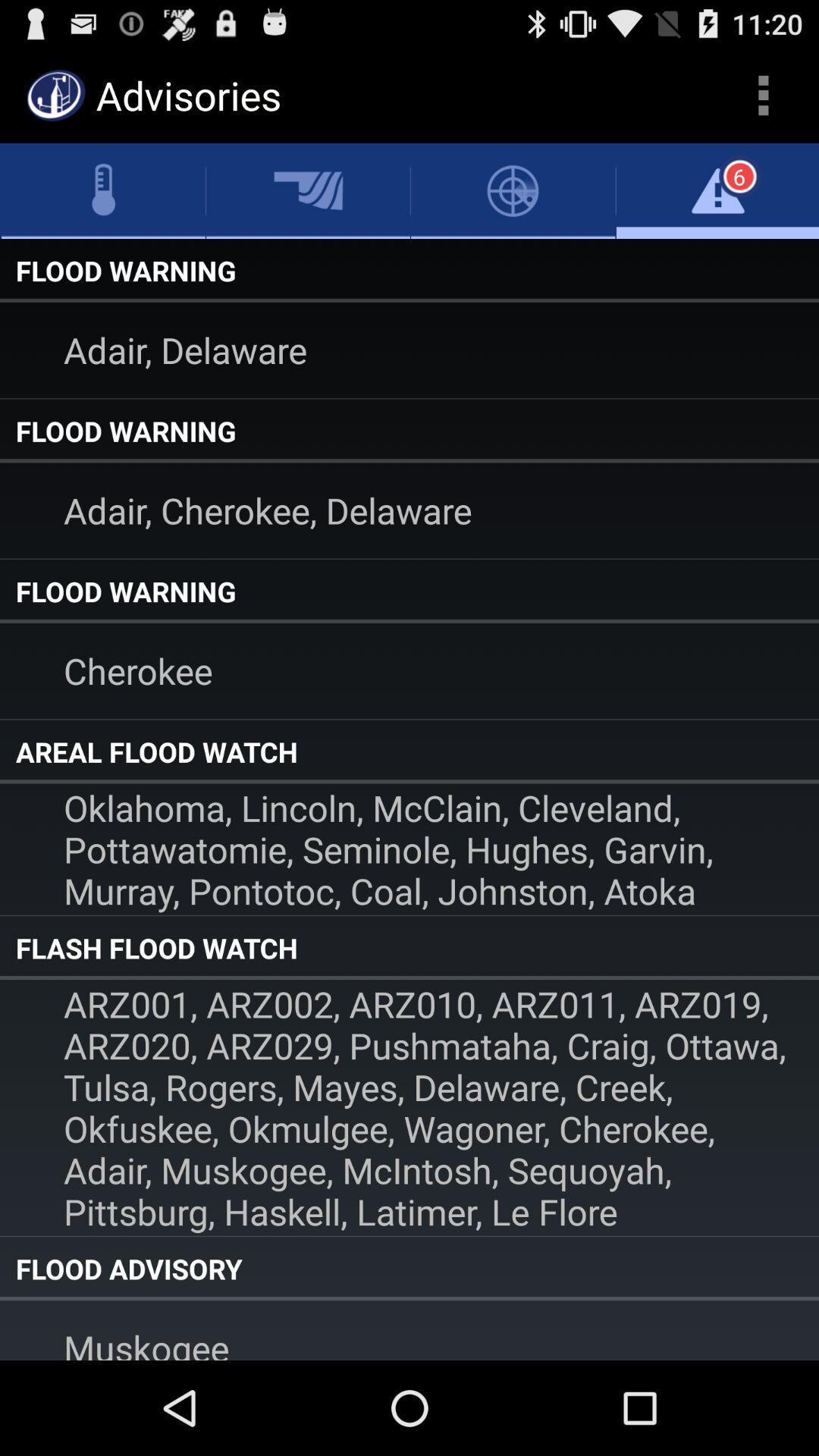 The height and width of the screenshot is (1456, 819). I want to click on the flood advisory item, so click(409, 1269).